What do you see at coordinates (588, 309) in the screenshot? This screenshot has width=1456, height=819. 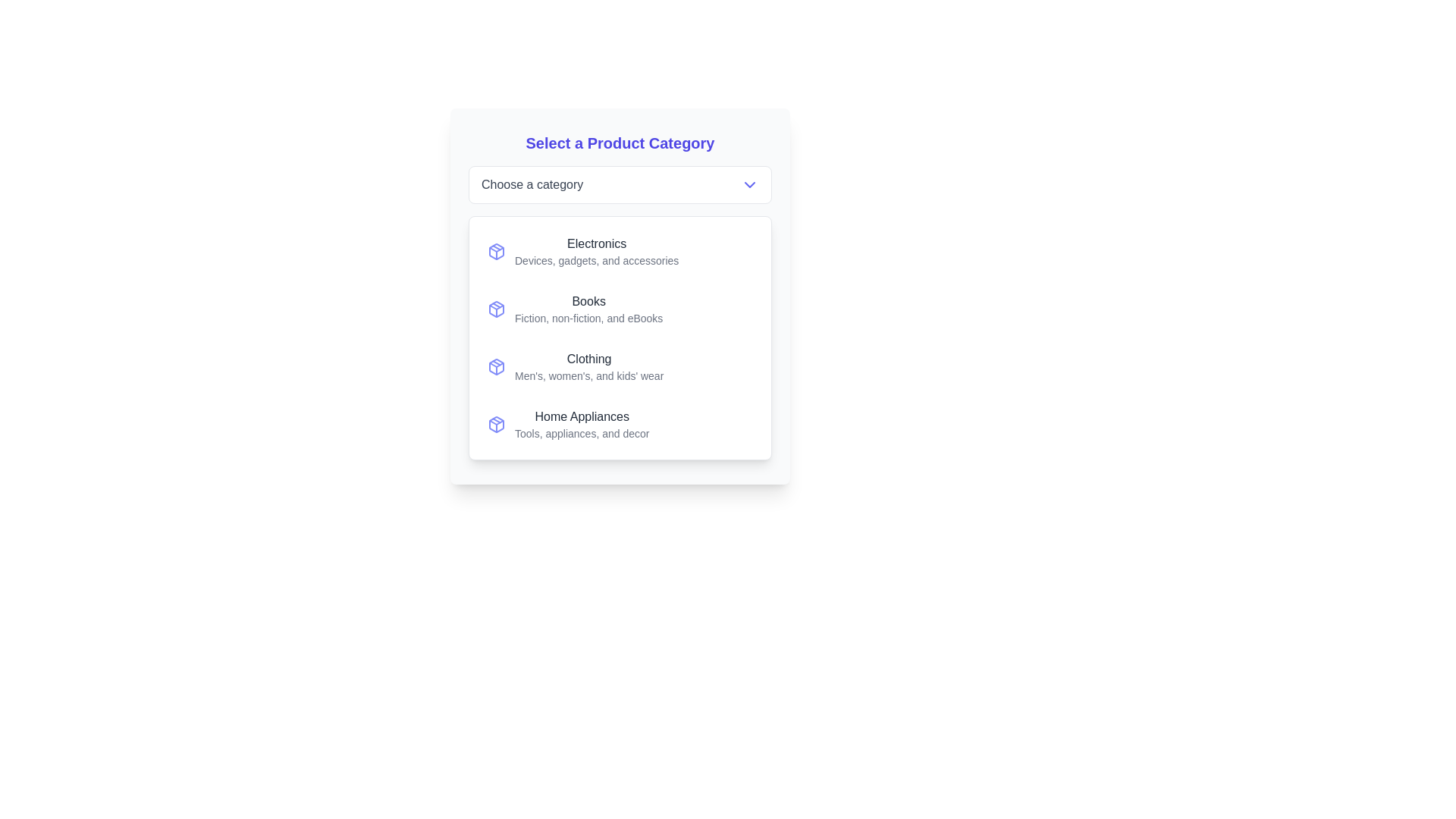 I see `the 'Books' text label in the category list` at bounding box center [588, 309].